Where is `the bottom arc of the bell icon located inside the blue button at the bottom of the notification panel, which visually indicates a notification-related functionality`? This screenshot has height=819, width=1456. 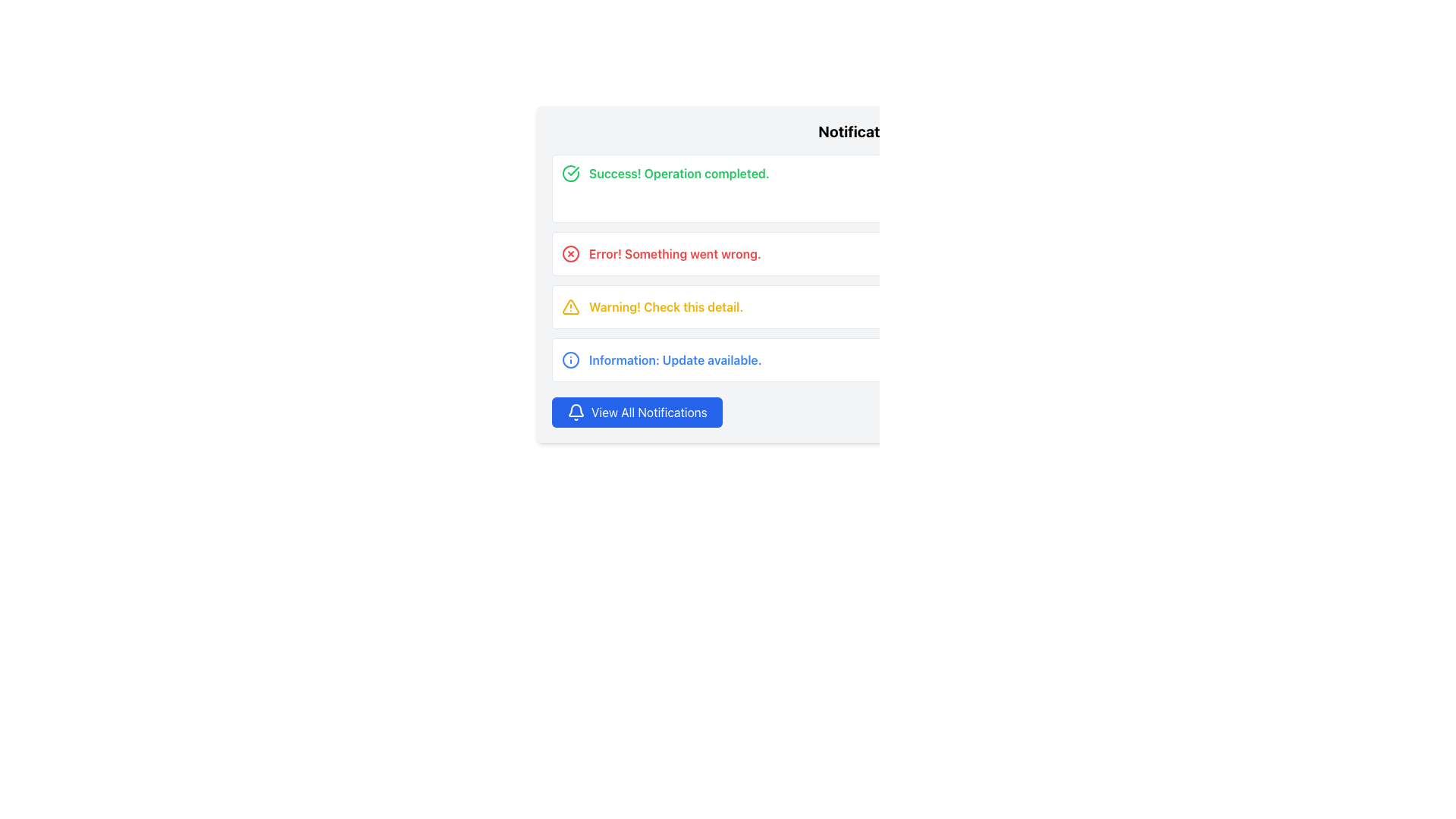 the bottom arc of the bell icon located inside the blue button at the bottom of the notification panel, which visually indicates a notification-related functionality is located at coordinates (575, 410).